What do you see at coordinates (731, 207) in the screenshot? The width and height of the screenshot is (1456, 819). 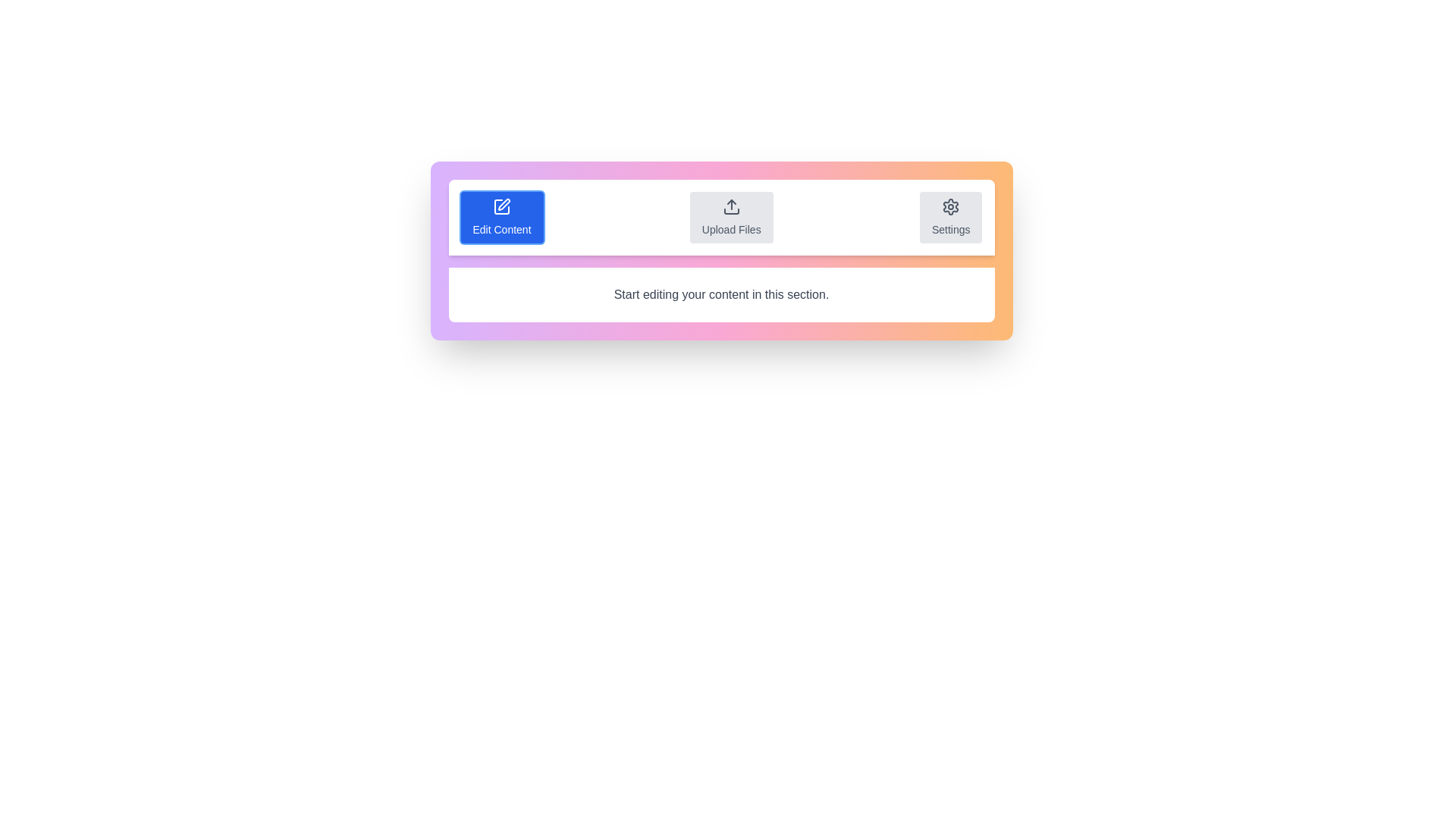 I see `the 'Upload Files' icon located centrally among the sibling blocks to initiate the file upload action` at bounding box center [731, 207].